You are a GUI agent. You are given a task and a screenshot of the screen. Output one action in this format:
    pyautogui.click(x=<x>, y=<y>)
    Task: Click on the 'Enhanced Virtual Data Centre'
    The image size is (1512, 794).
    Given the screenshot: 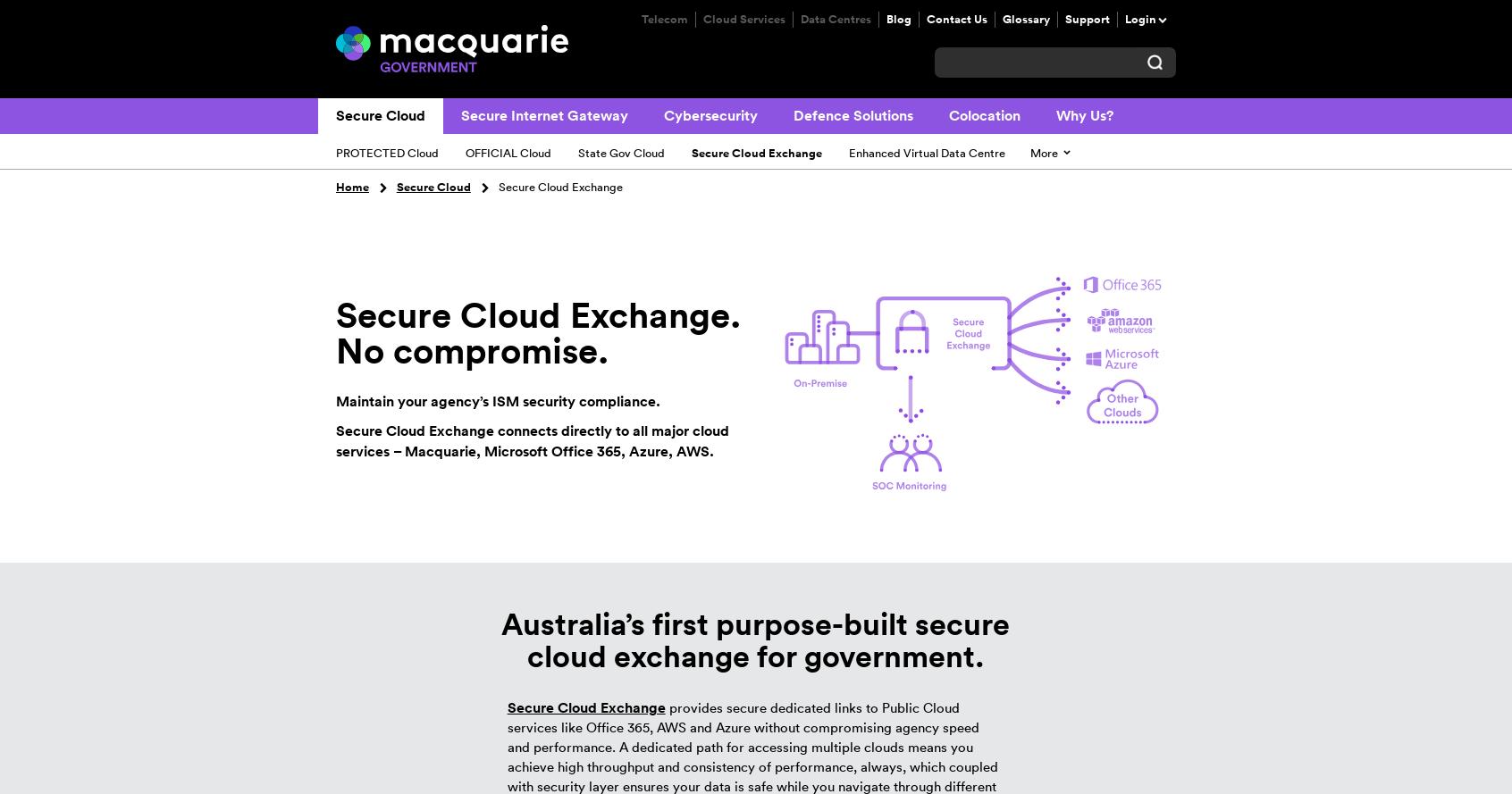 What is the action you would take?
    pyautogui.click(x=926, y=153)
    